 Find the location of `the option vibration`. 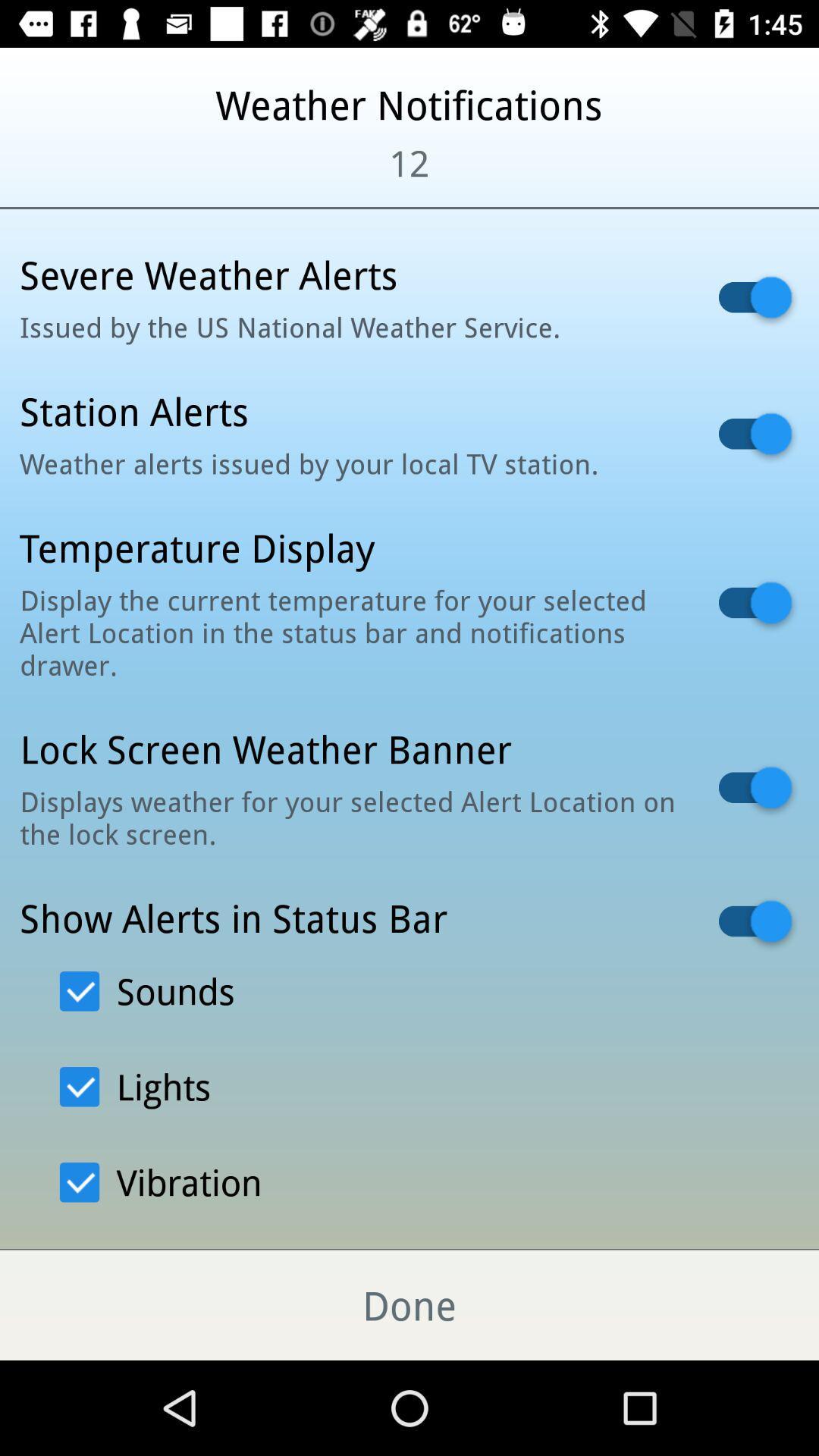

the option vibration is located at coordinates (161, 1181).